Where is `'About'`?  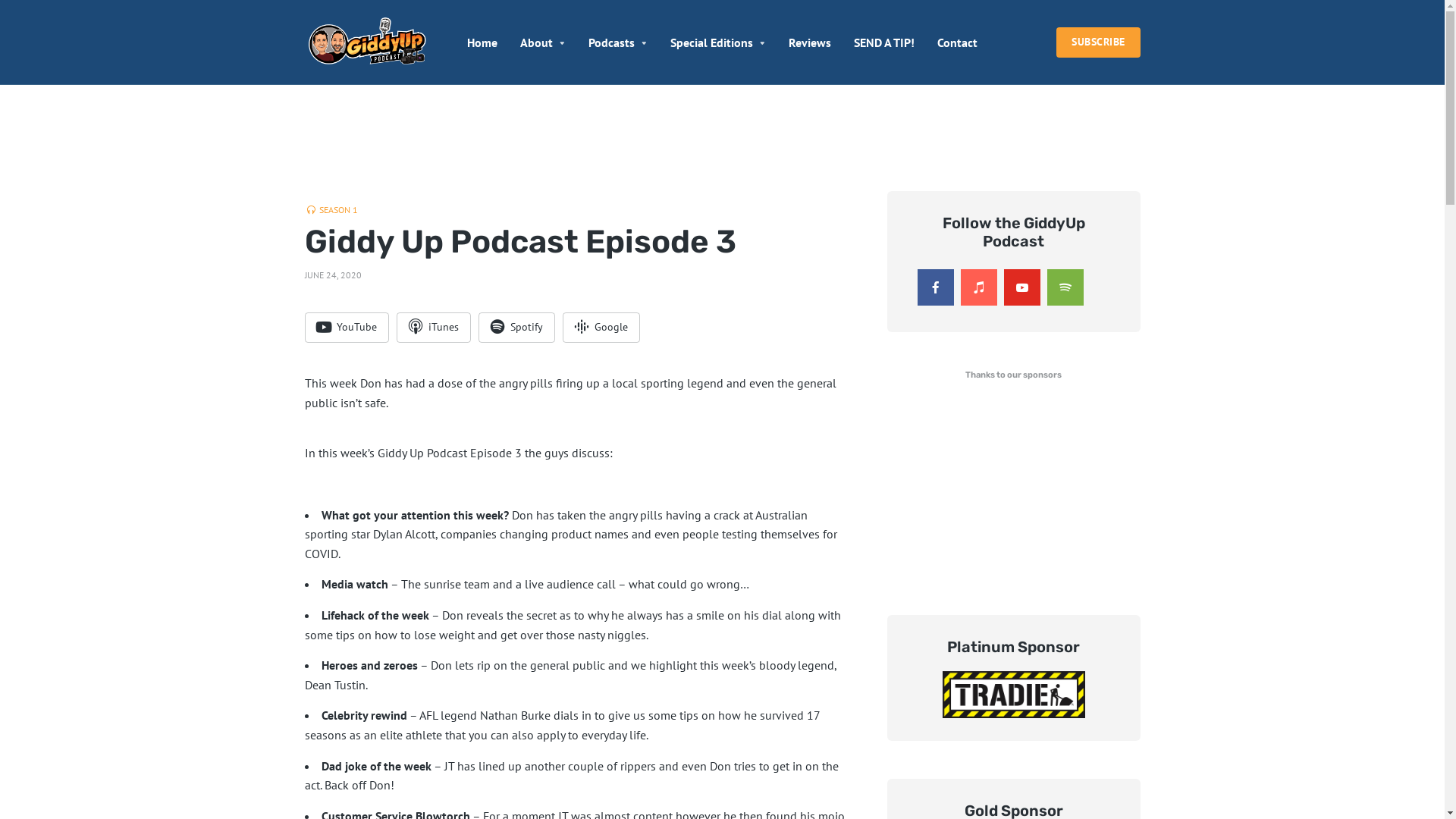
'About' is located at coordinates (520, 42).